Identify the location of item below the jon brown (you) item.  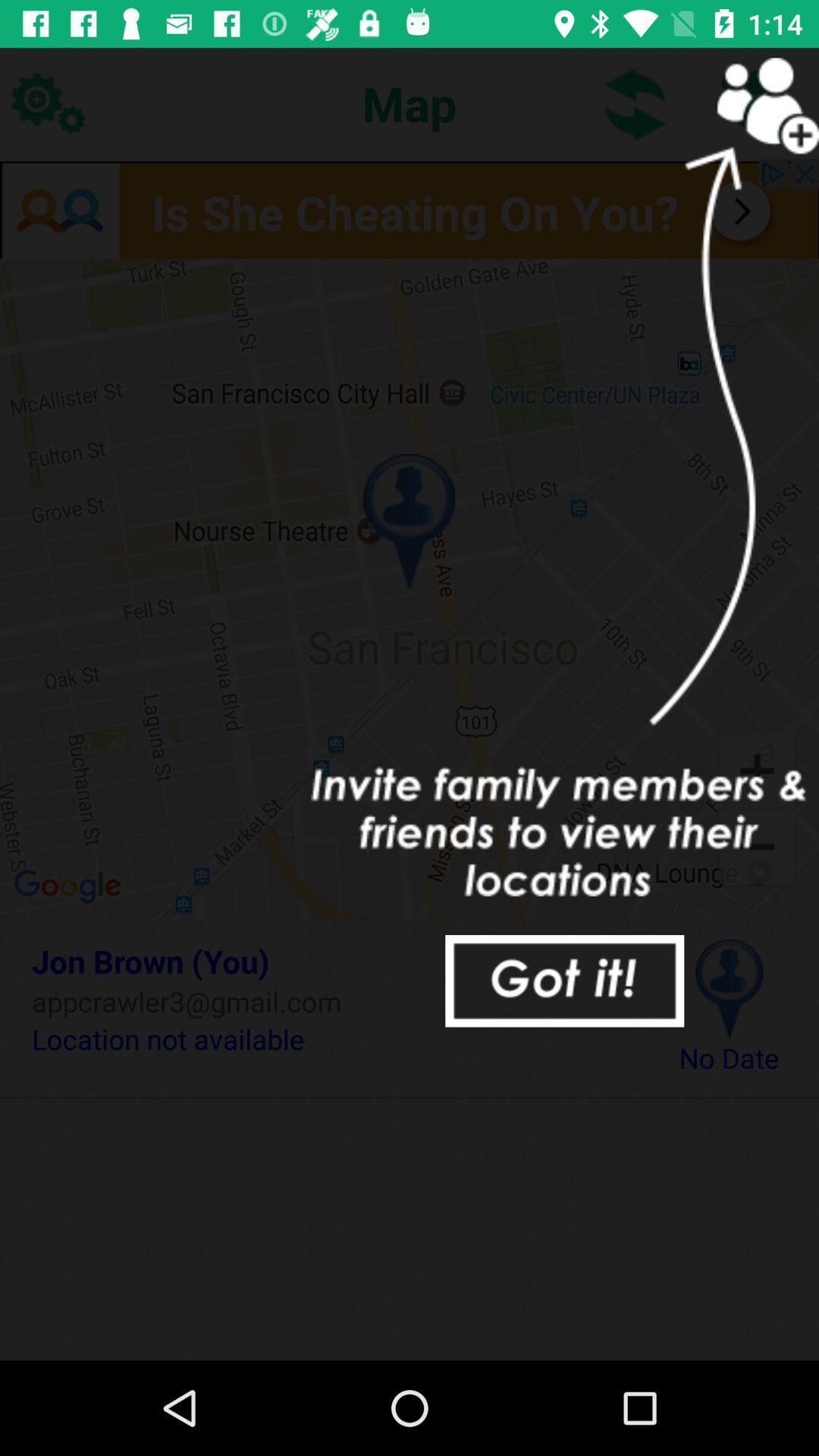
(331, 1001).